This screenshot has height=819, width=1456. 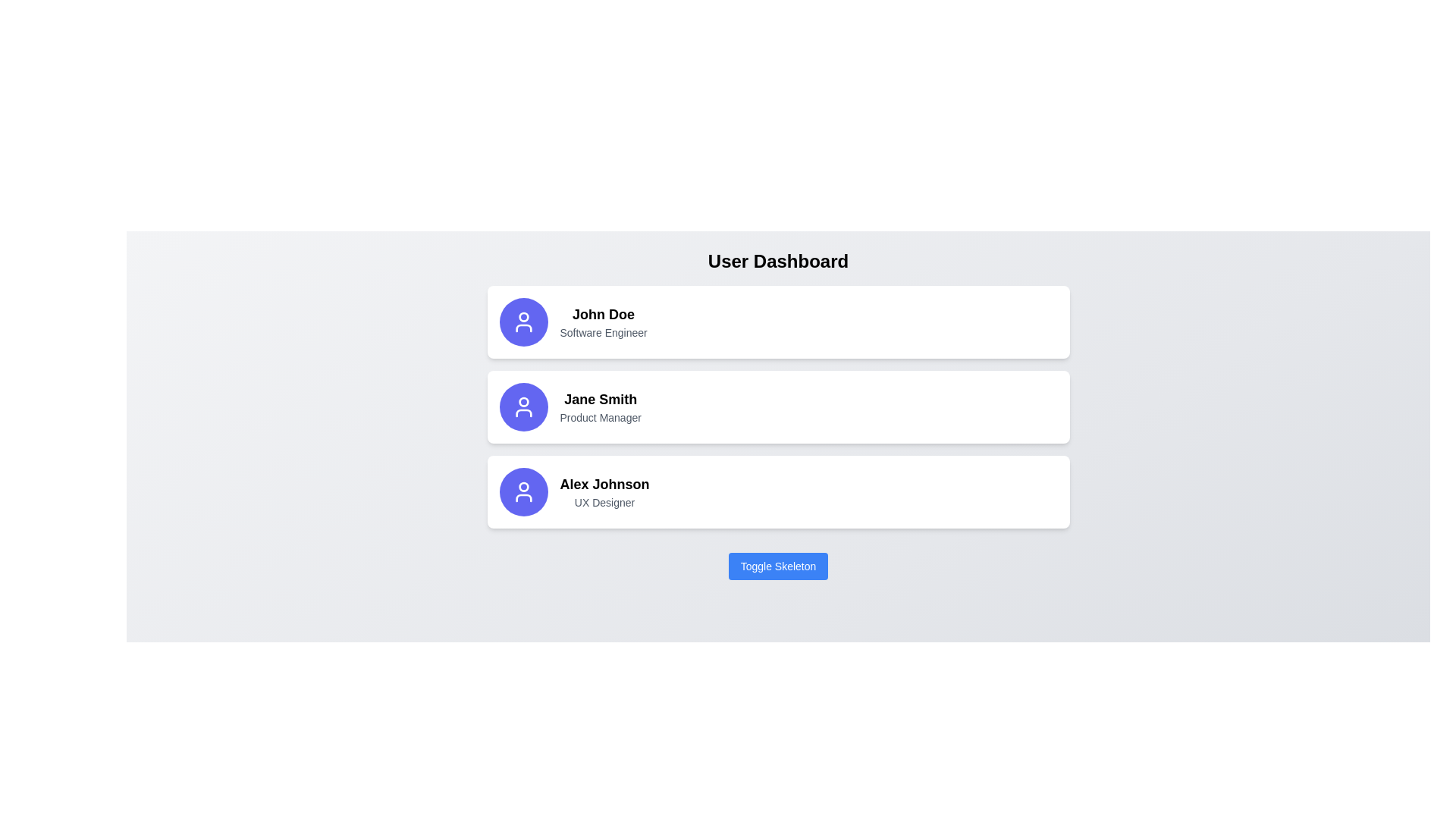 What do you see at coordinates (778, 566) in the screenshot?
I see `the 'Toggle Skeleton' button, which is a rectangular button with rounded corners, blue background, and white text, located below the list of user profiles` at bounding box center [778, 566].